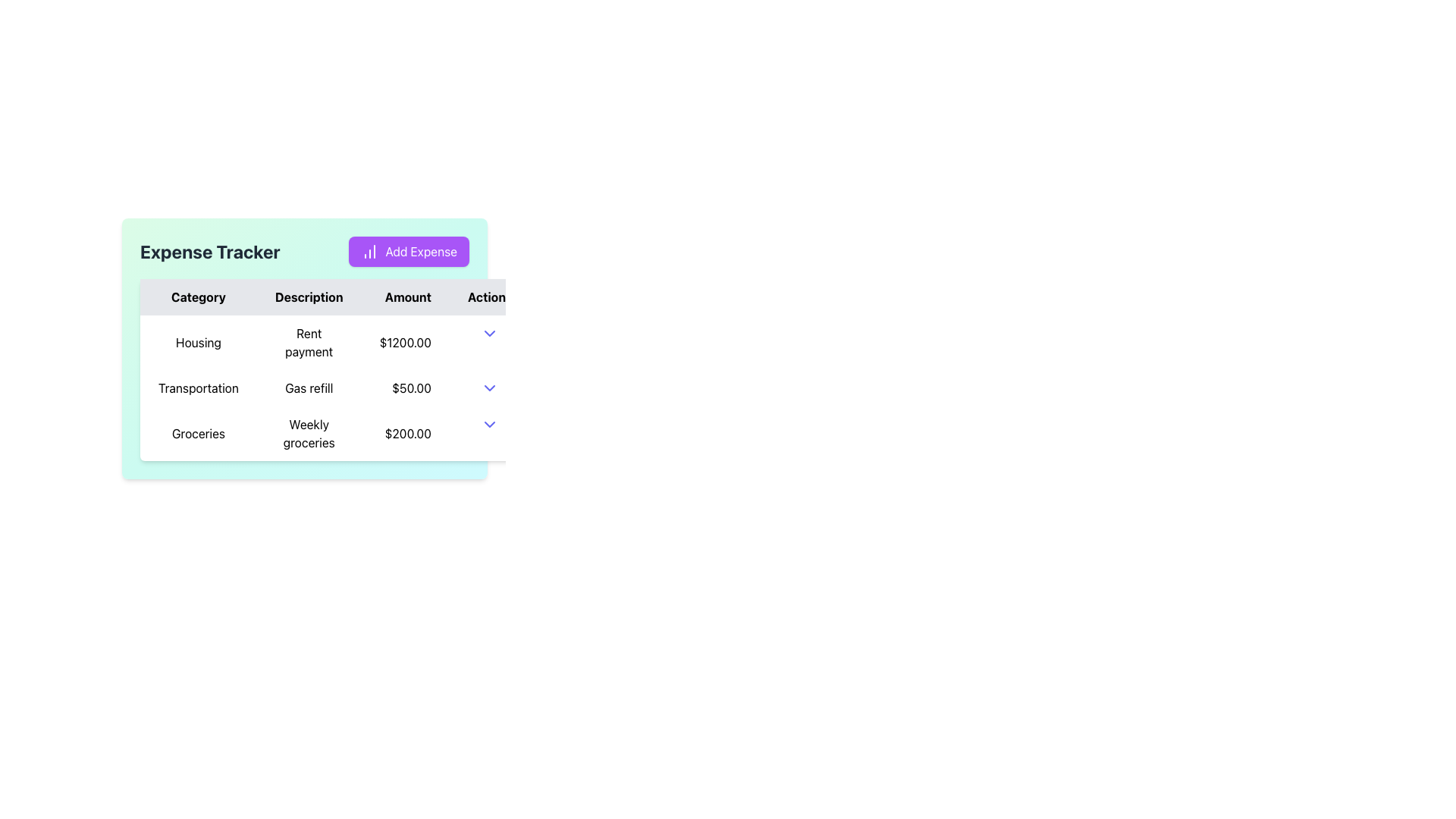 This screenshot has height=819, width=1456. What do you see at coordinates (308, 297) in the screenshot?
I see `the 'Description' label, which is styled in bold black text on a light gray background and is the second column header in a table, located between 'Category' and 'Amount'` at bounding box center [308, 297].